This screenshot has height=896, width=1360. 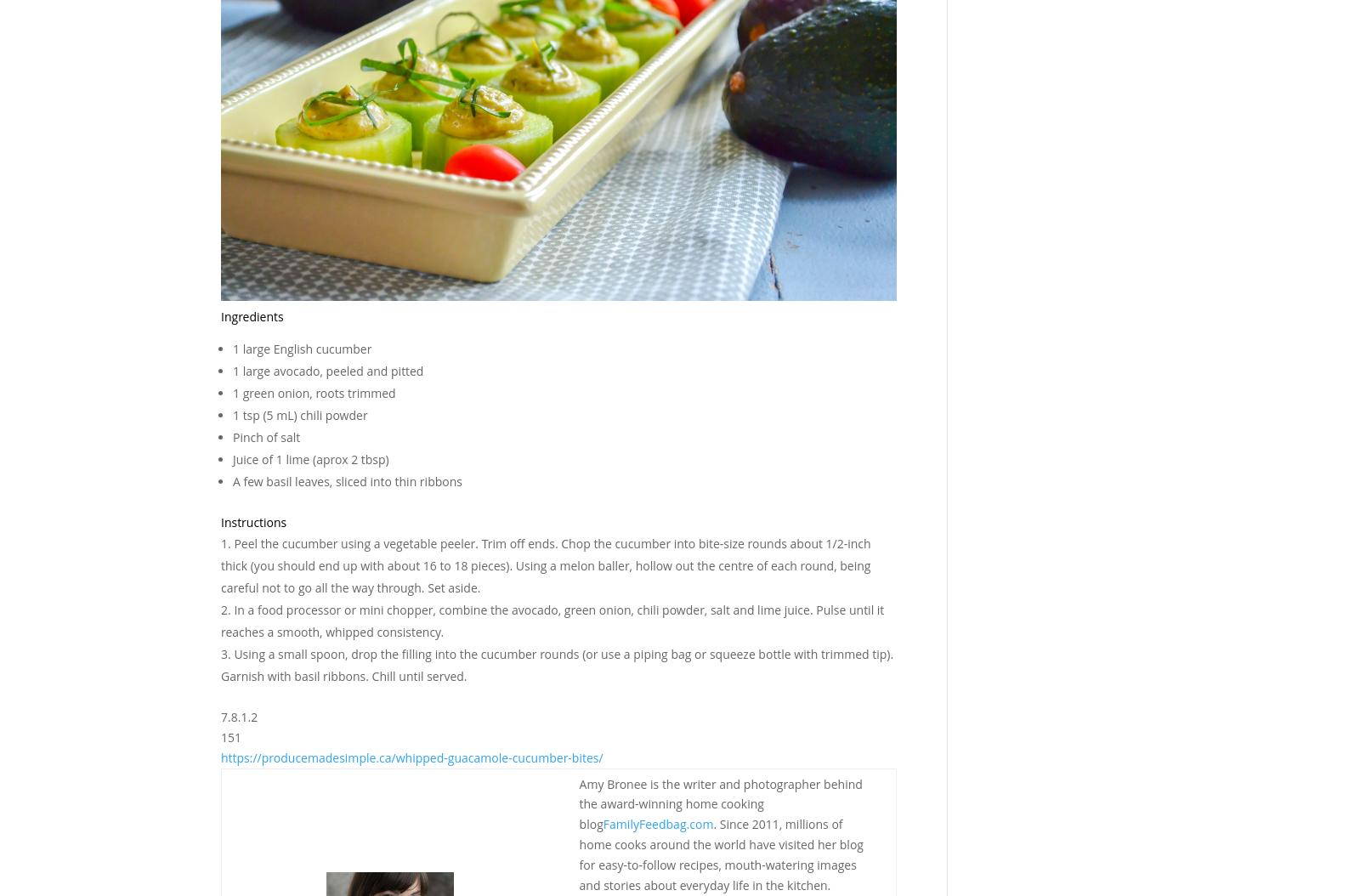 What do you see at coordinates (221, 565) in the screenshot?
I see `'Peel the cucumber using a vegetable peeler. Trim off ends. Chop the cucumber into bite-size rounds about 1/2-inch thick (you should end up with about 16 to 18 pieces). Using a melon baller, hollow out the centre of each round, being careful not to go all the way through. Set aside.'` at bounding box center [221, 565].